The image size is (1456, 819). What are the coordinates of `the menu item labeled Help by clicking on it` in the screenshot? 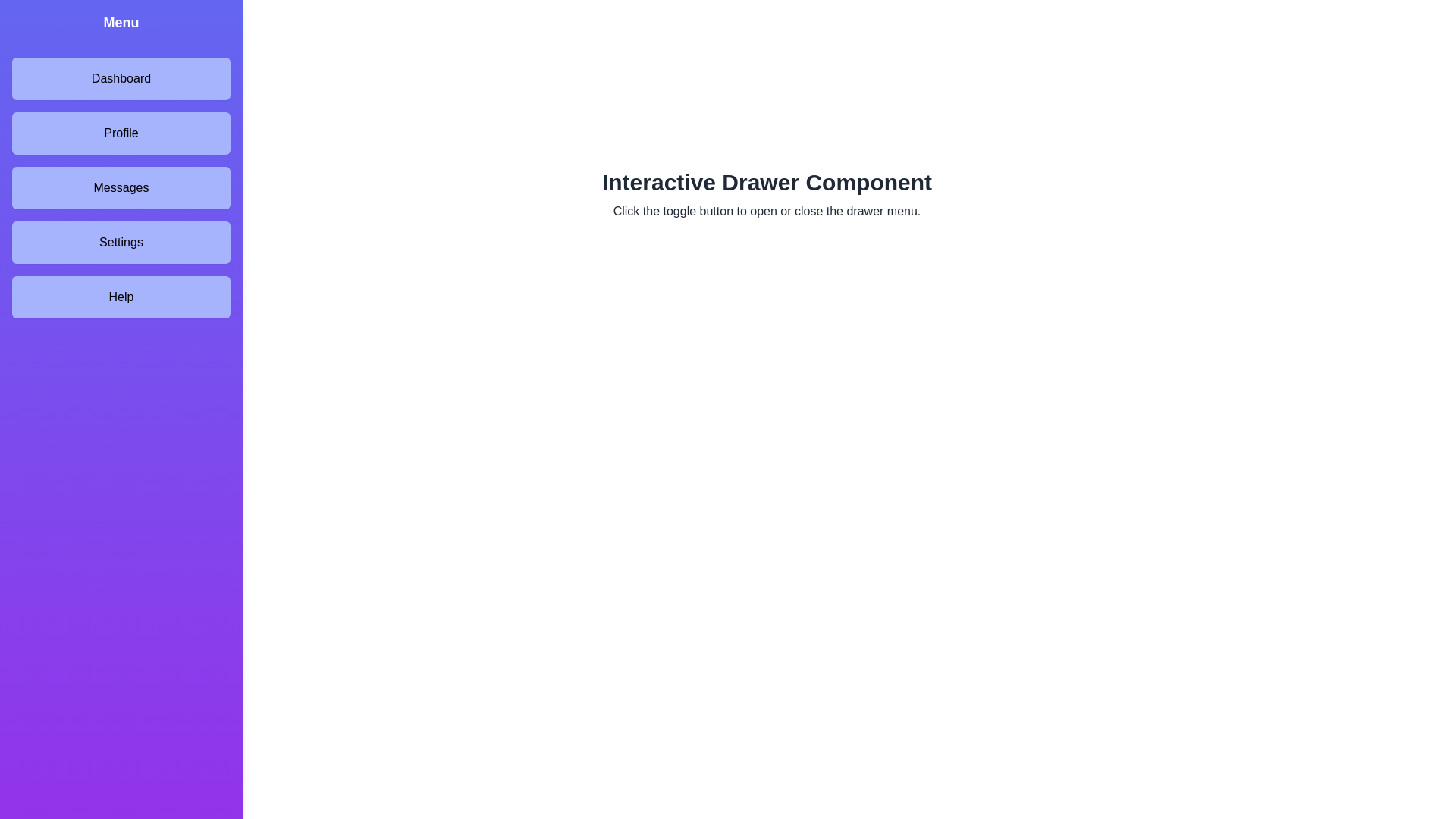 It's located at (120, 297).